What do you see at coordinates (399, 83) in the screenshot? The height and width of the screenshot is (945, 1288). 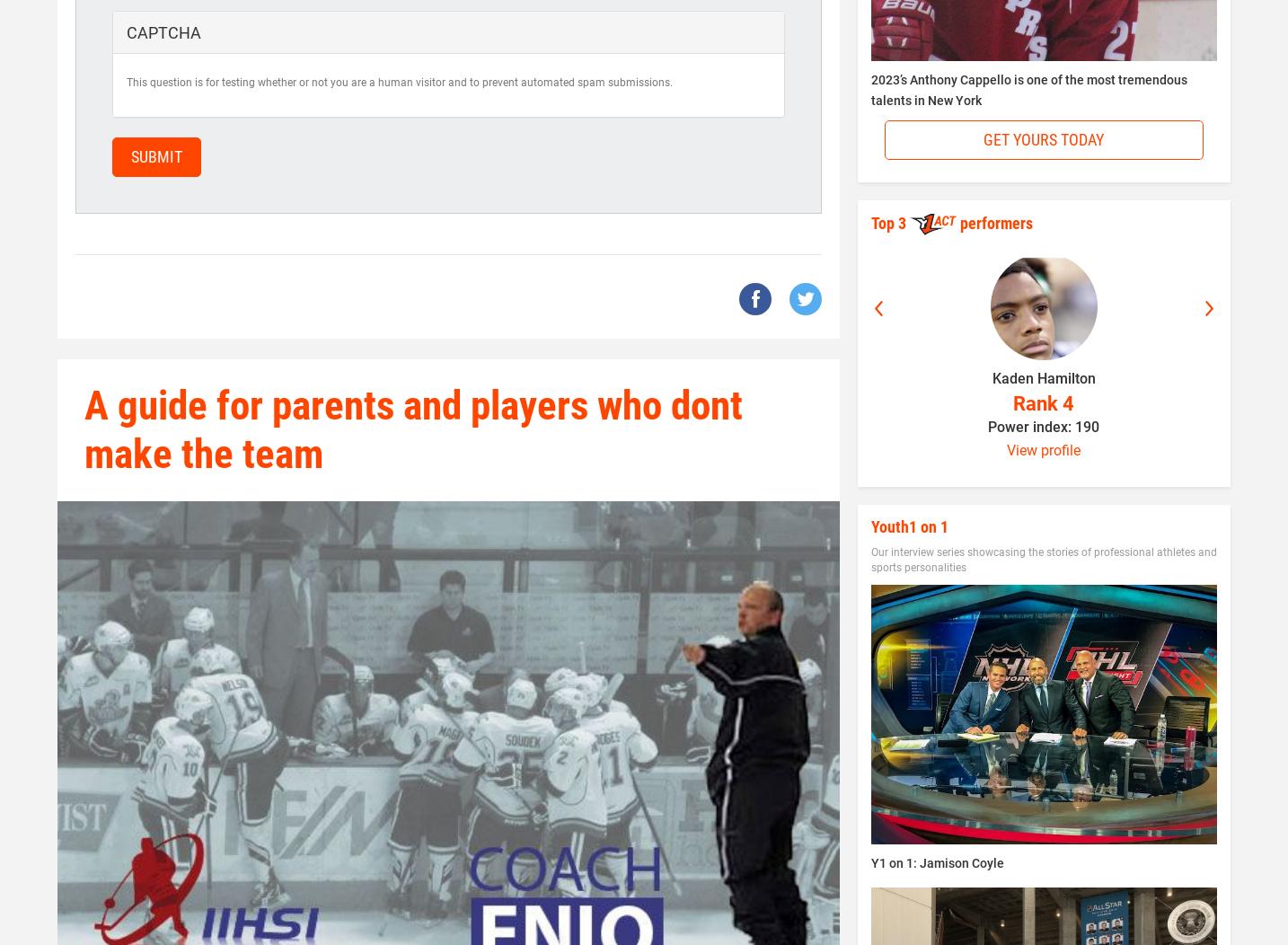 I see `'This question is for testing whether or not you are a human visitor and to prevent automated spam submissions.'` at bounding box center [399, 83].